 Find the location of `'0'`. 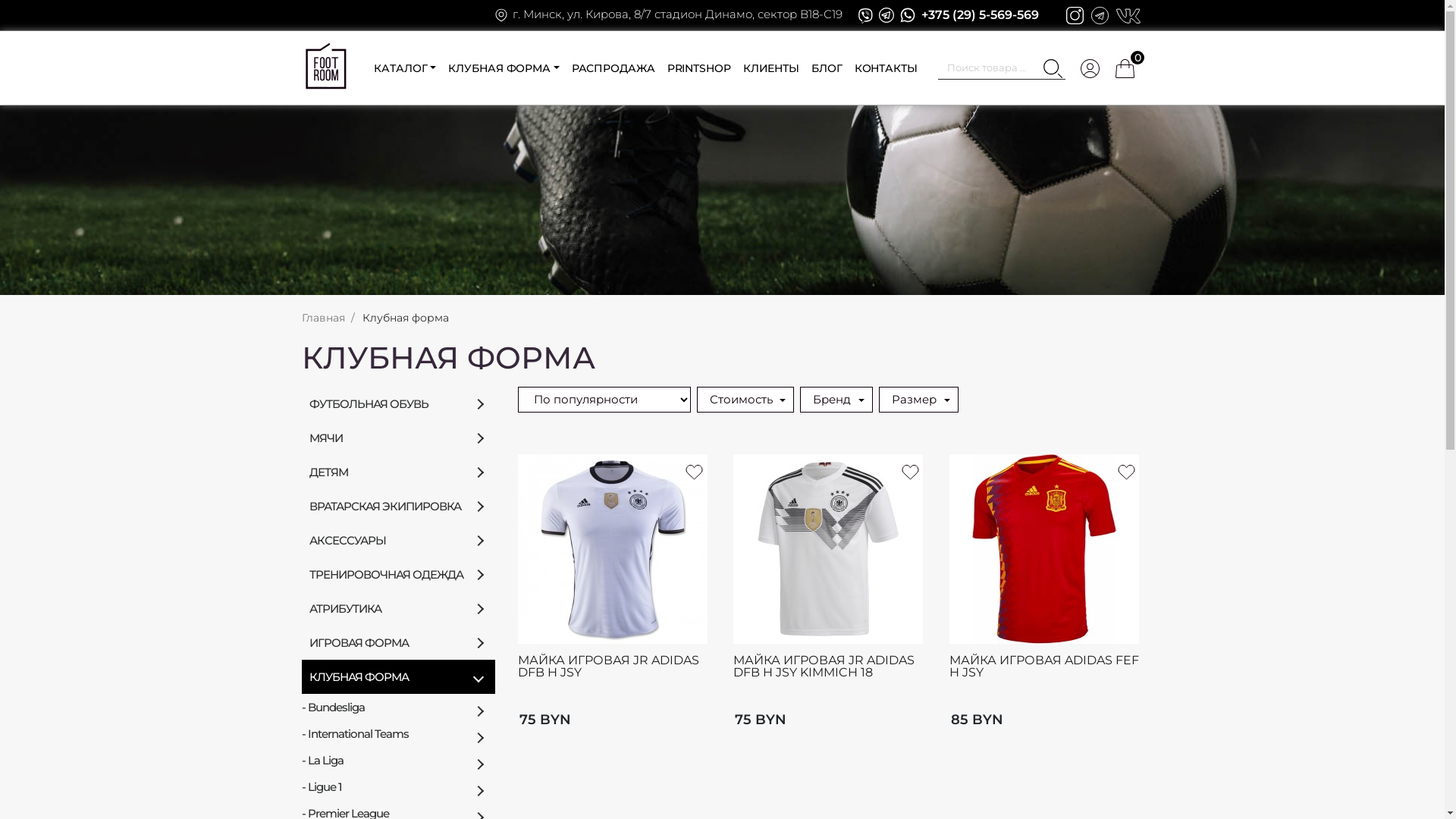

'0' is located at coordinates (1125, 67).